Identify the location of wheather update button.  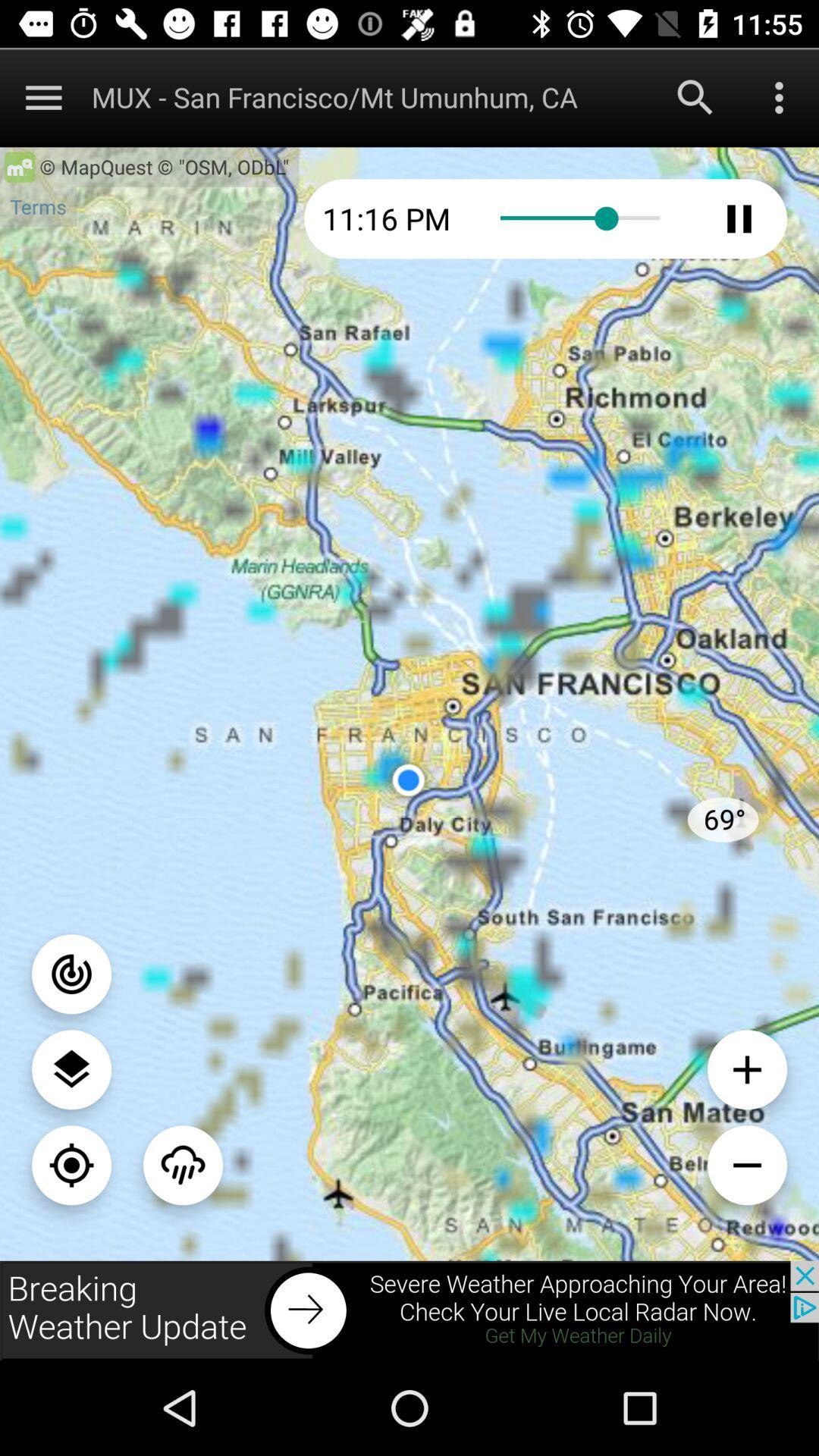
(409, 1310).